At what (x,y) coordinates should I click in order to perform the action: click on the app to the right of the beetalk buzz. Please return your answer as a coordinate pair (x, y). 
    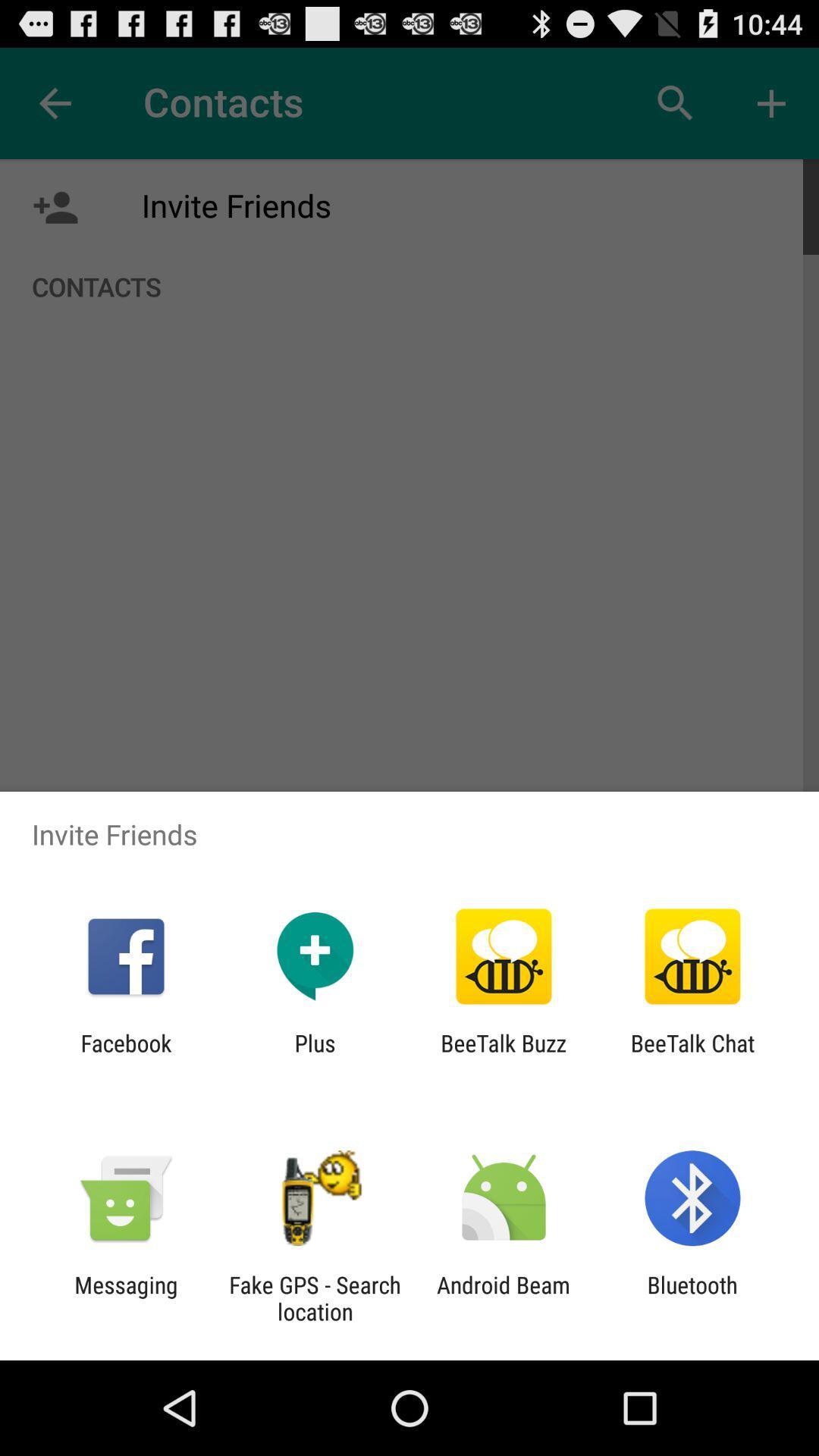
    Looking at the image, I should click on (692, 1056).